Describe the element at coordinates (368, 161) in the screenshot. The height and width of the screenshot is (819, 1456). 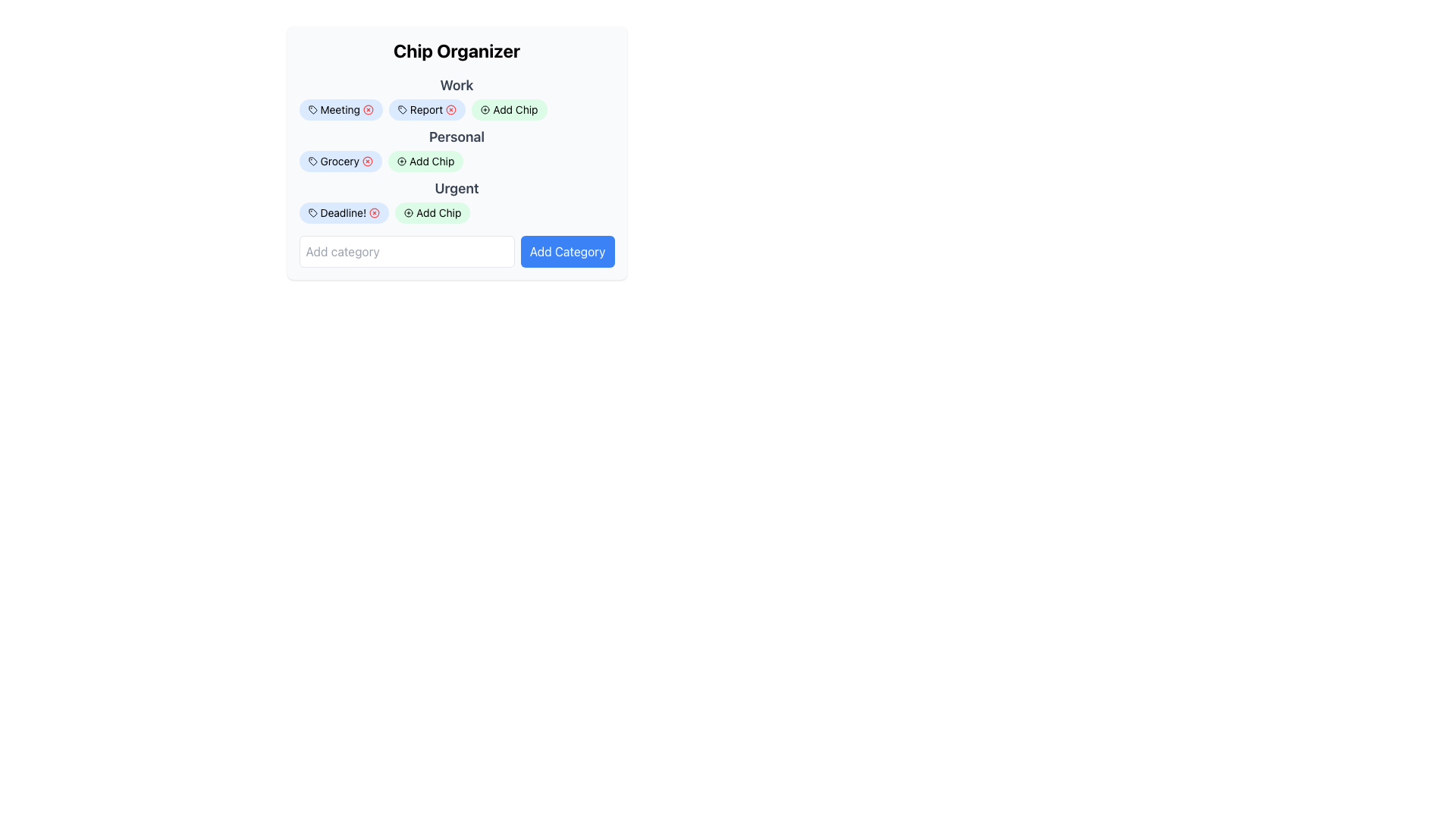
I see `the circular red delete icon next to the 'Grocery' label in the 'Personal' category` at that location.